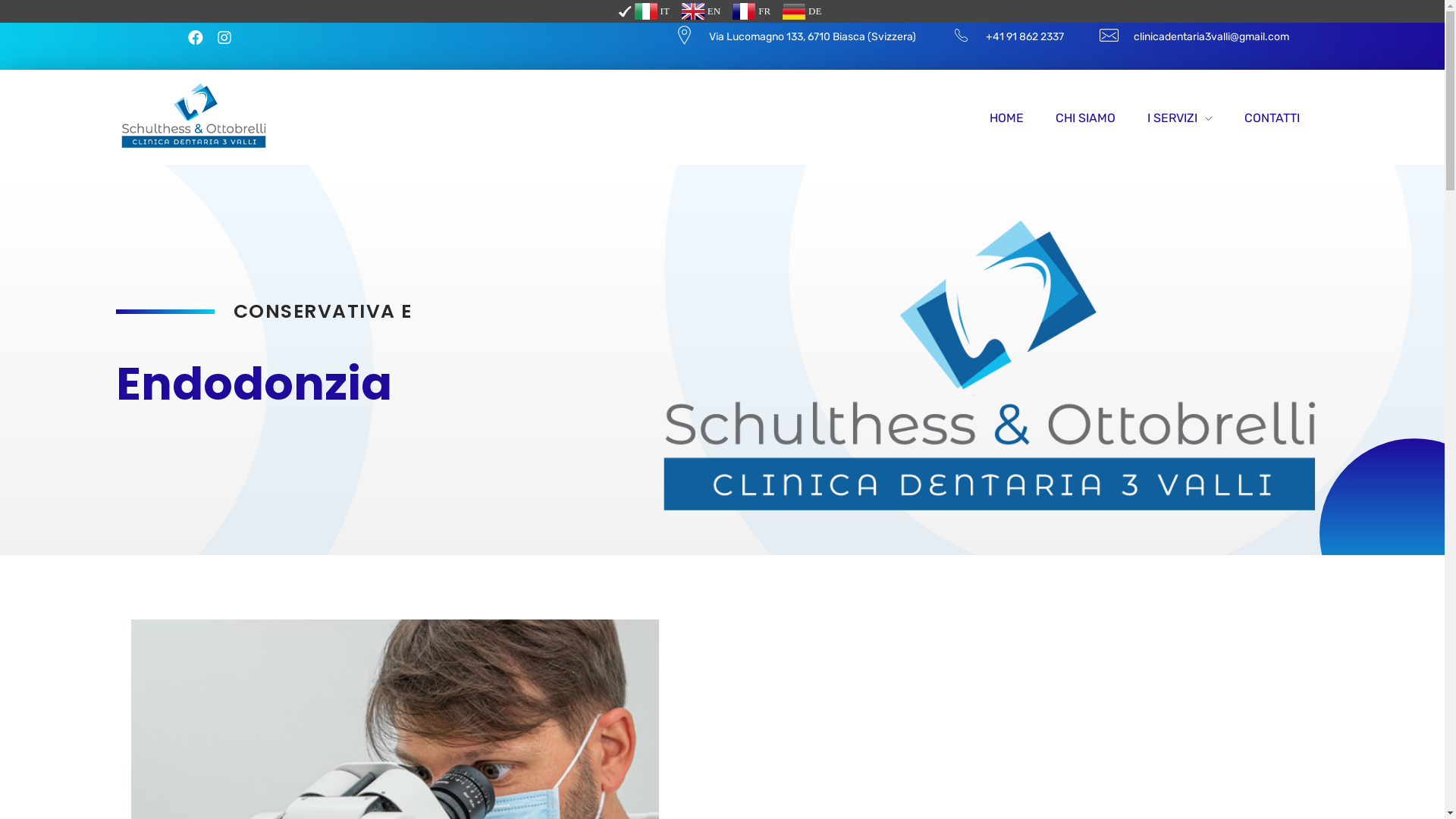  I want to click on 'EN', so click(700, 11).